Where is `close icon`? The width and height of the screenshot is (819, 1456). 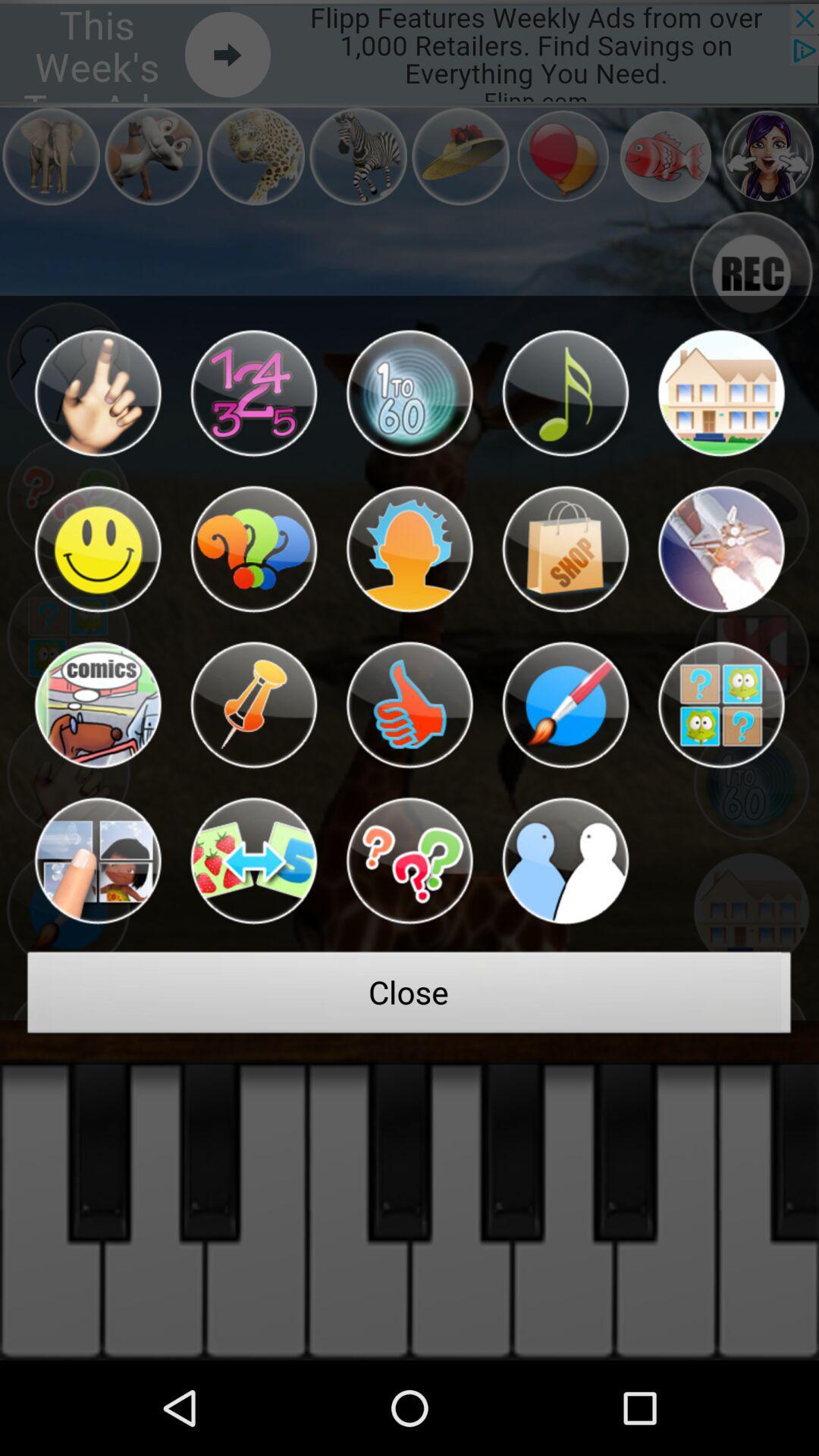 close icon is located at coordinates (409, 996).